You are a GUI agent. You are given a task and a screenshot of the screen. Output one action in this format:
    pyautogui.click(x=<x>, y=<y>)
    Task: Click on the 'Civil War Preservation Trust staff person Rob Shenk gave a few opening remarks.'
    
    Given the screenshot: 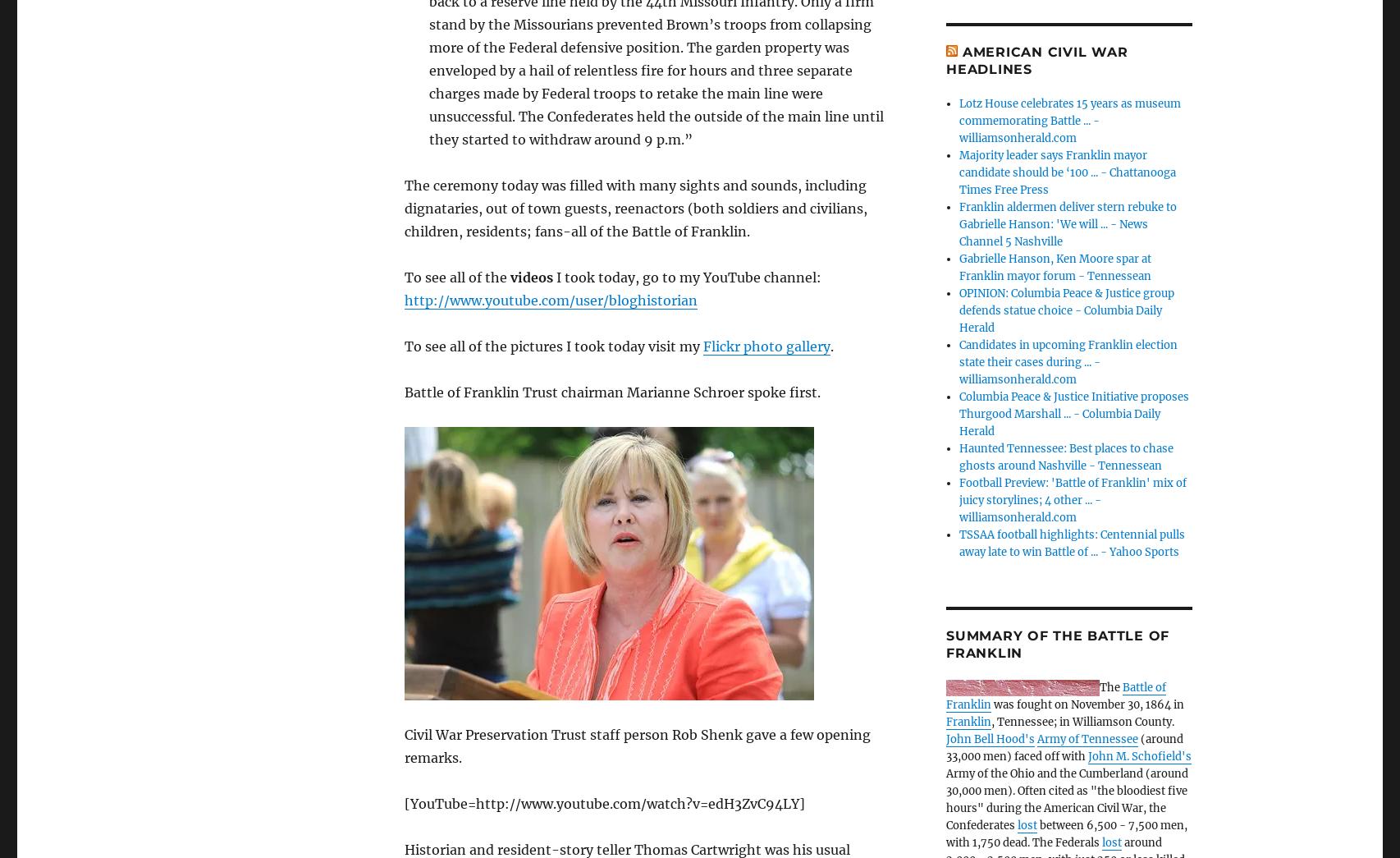 What is the action you would take?
    pyautogui.click(x=637, y=746)
    